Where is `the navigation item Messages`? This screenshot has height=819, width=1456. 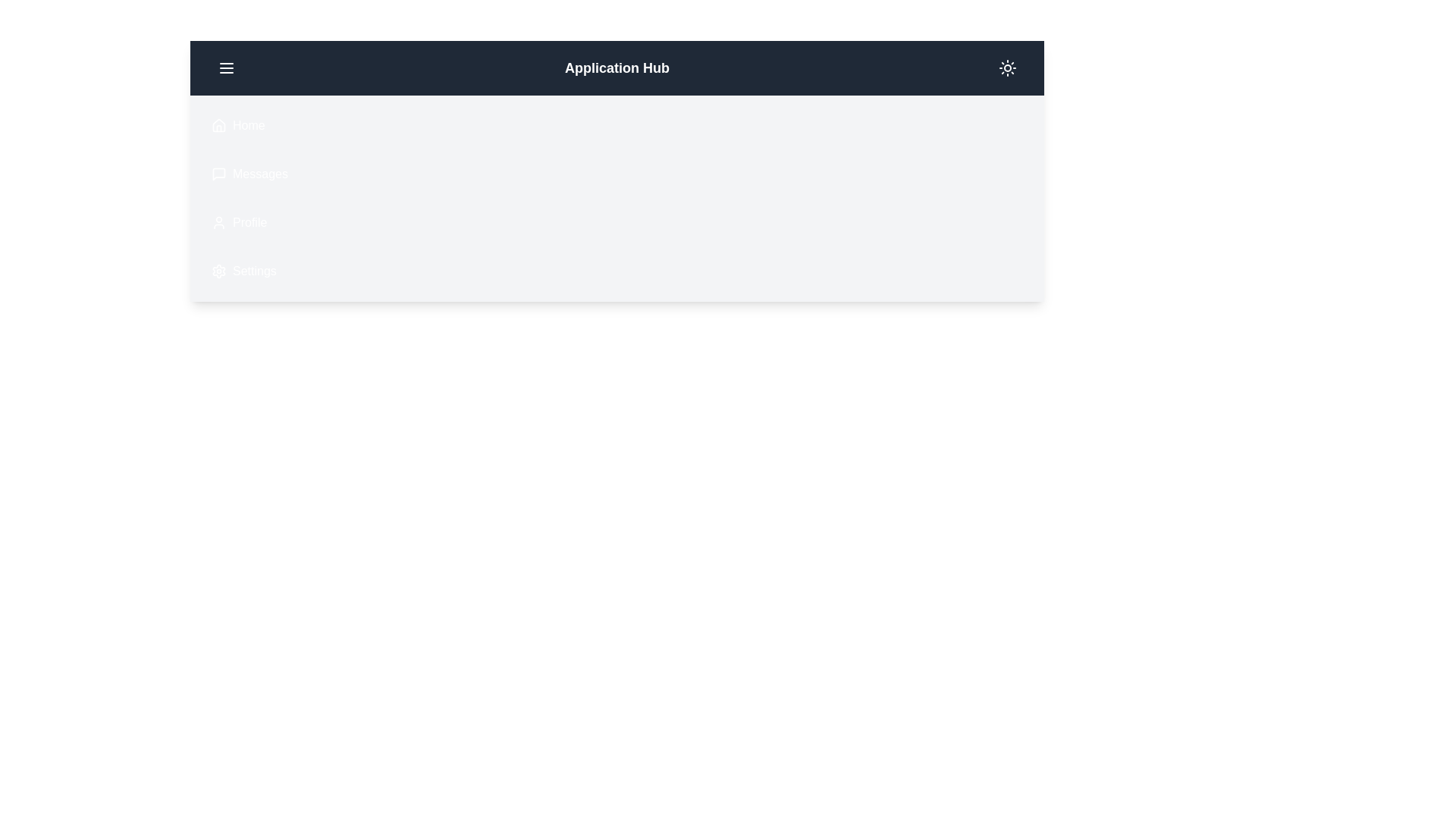
the navigation item Messages is located at coordinates (202, 174).